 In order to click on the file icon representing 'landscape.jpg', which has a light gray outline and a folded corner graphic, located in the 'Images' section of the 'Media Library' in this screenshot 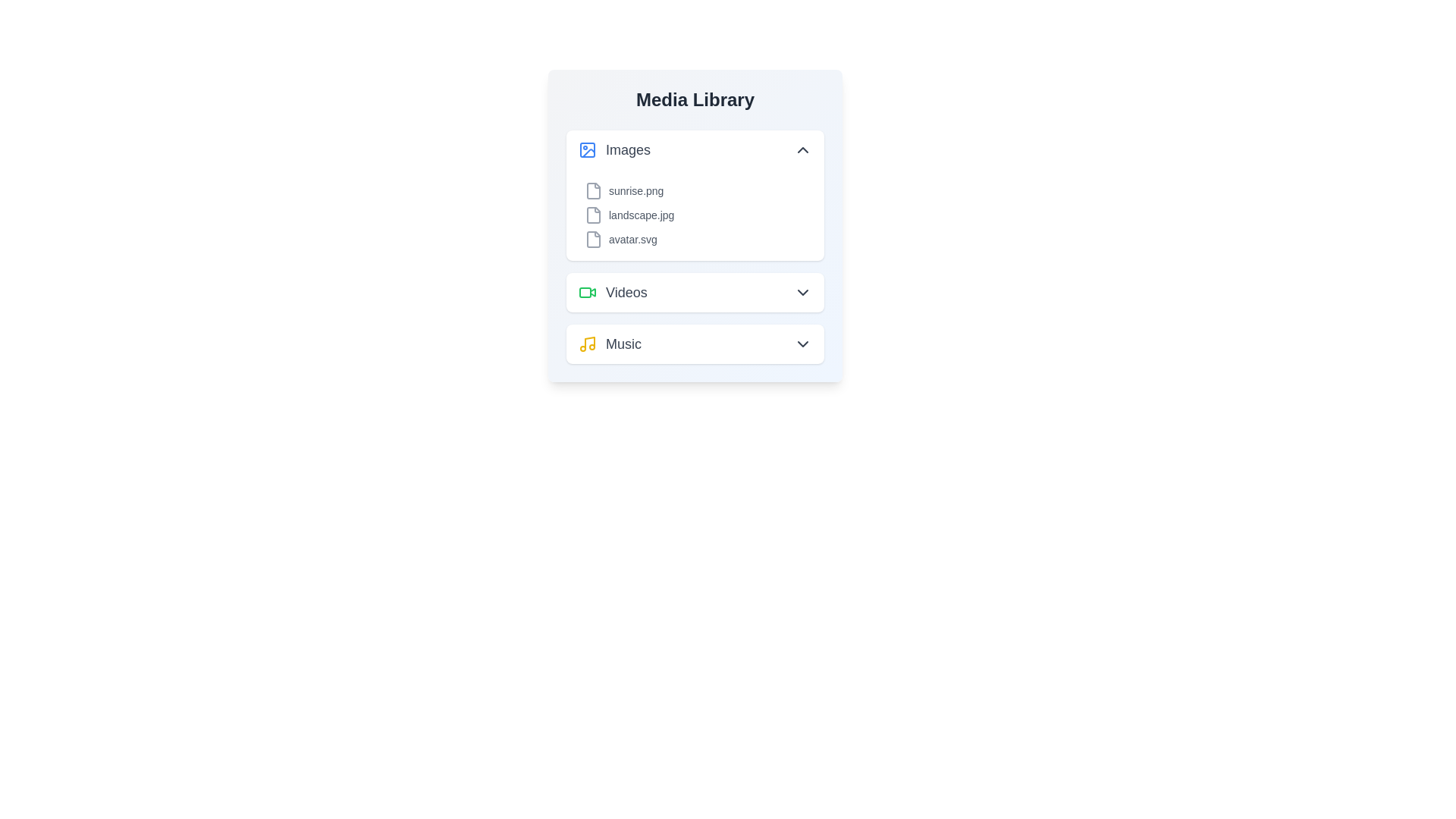, I will do `click(592, 215)`.